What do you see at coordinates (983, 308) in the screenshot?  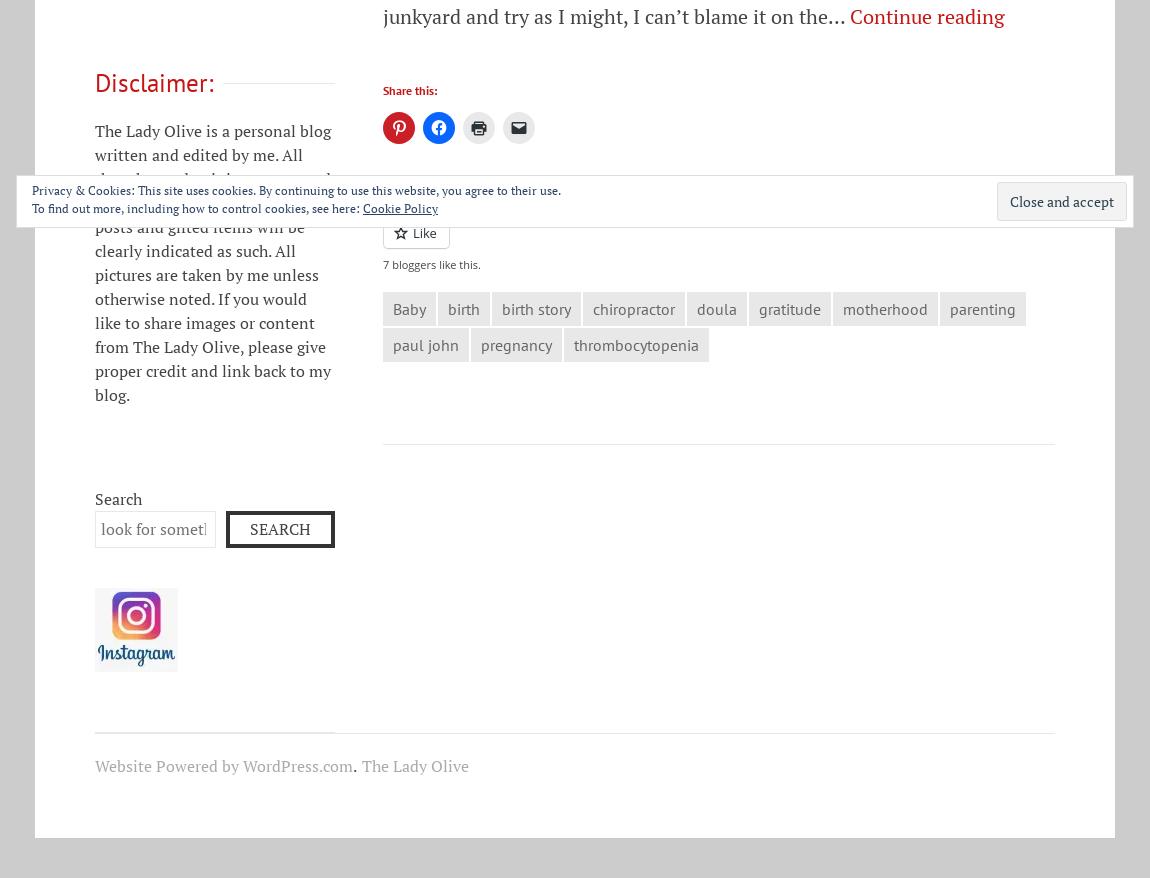 I see `'parenting'` at bounding box center [983, 308].